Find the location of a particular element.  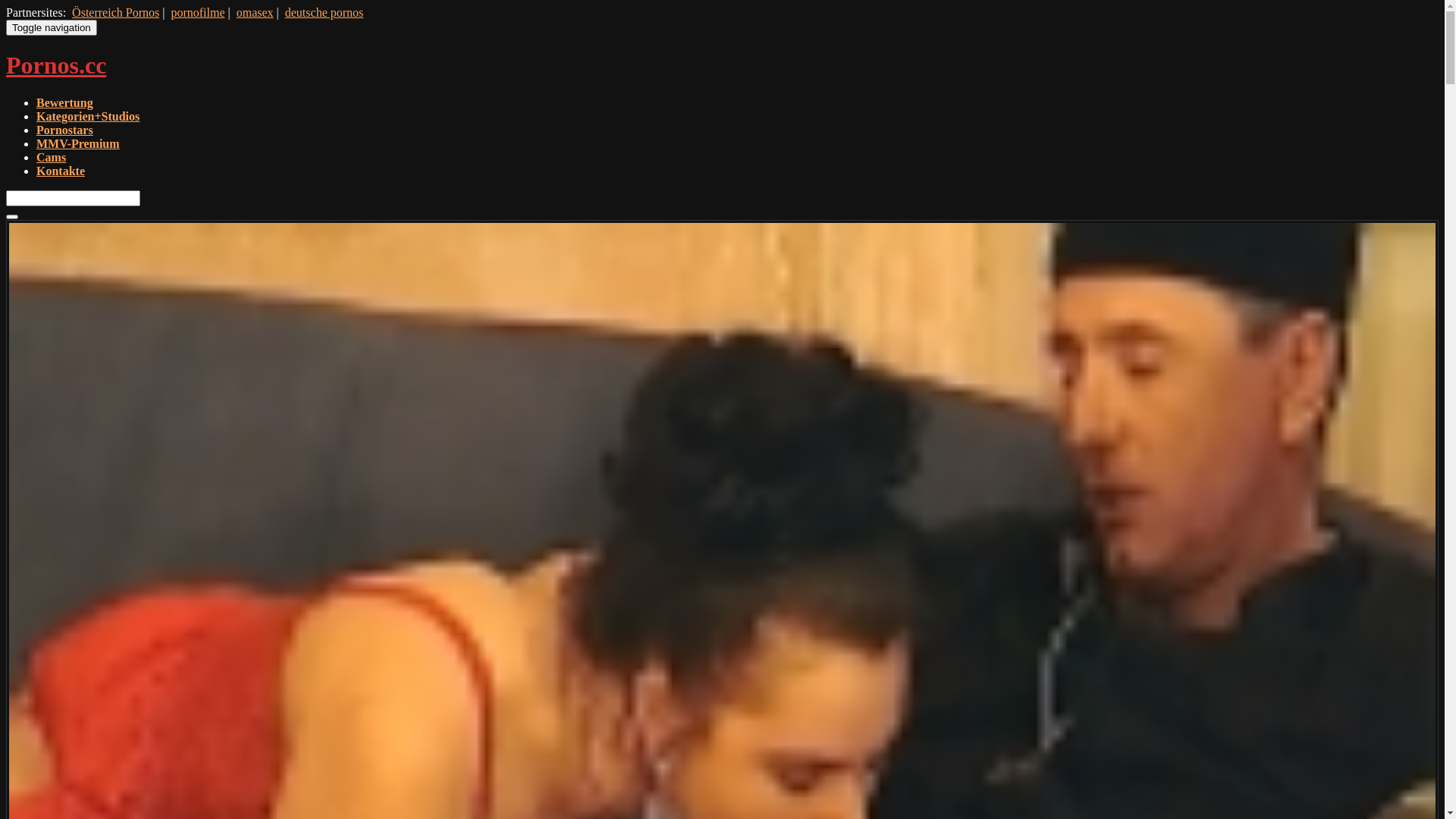

'omasex' is located at coordinates (236, 12).